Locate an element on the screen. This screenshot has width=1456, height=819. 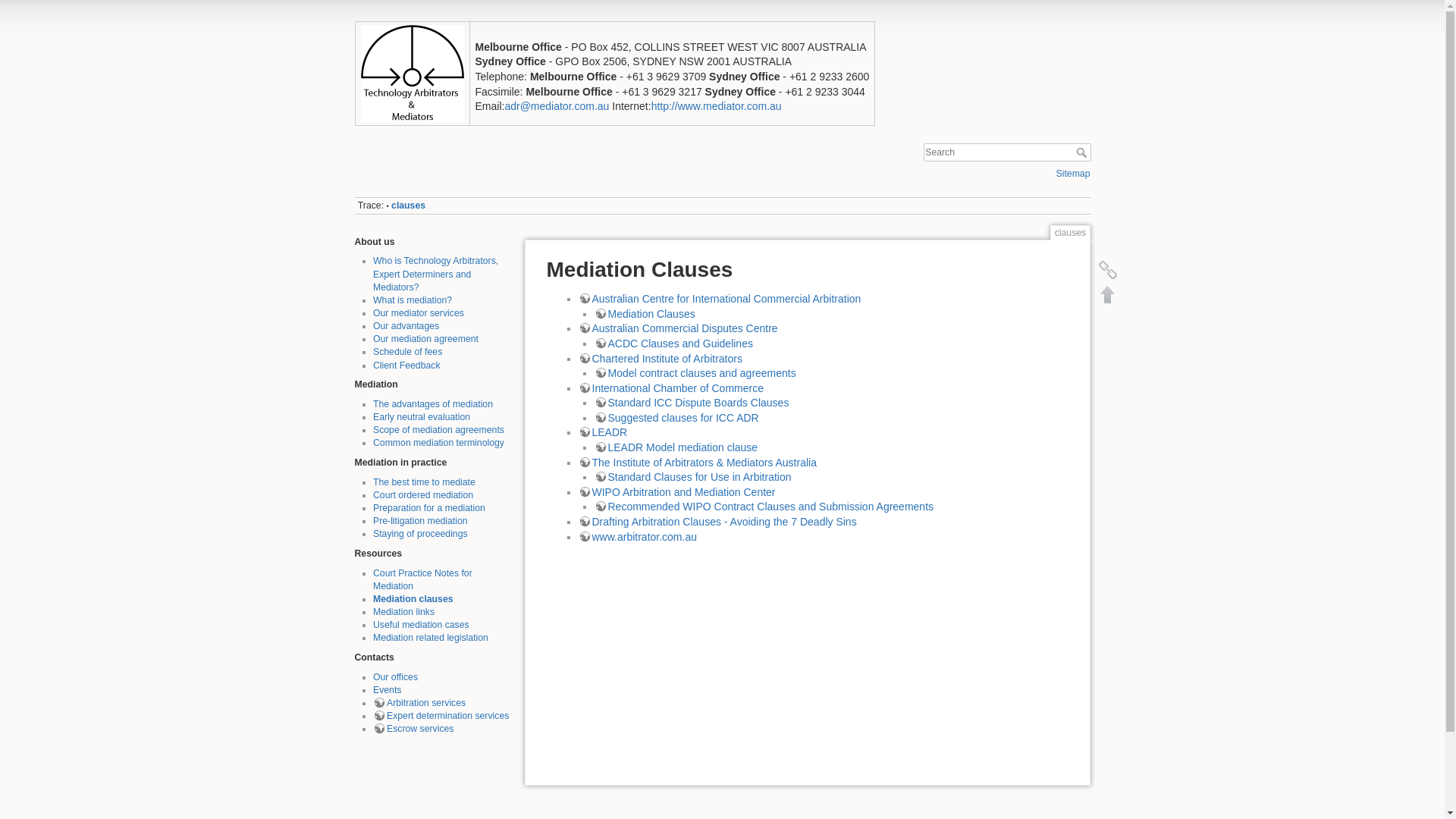
'Mediation clauses' is located at coordinates (413, 598).